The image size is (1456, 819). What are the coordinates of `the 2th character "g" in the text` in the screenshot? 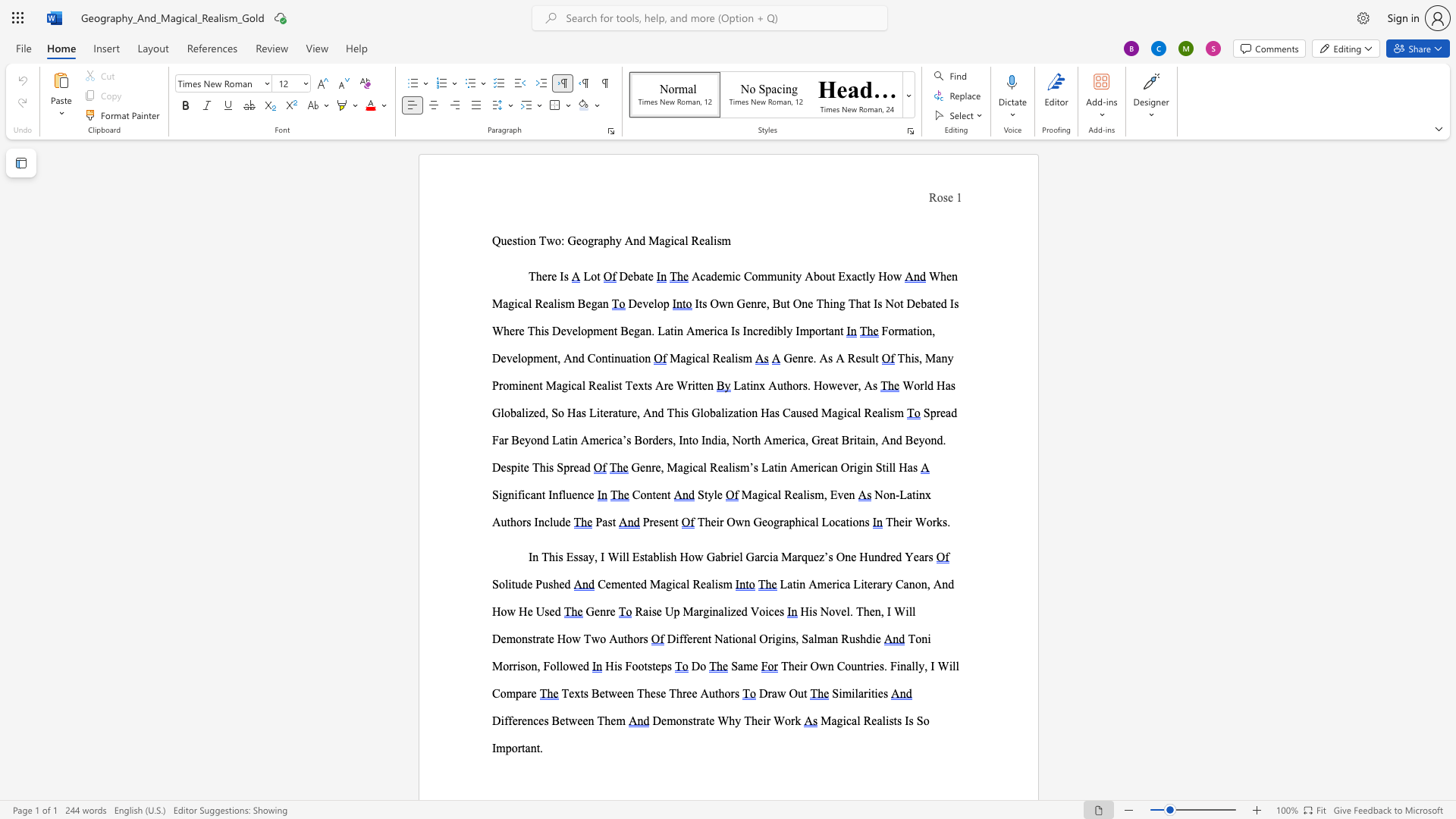 It's located at (637, 330).